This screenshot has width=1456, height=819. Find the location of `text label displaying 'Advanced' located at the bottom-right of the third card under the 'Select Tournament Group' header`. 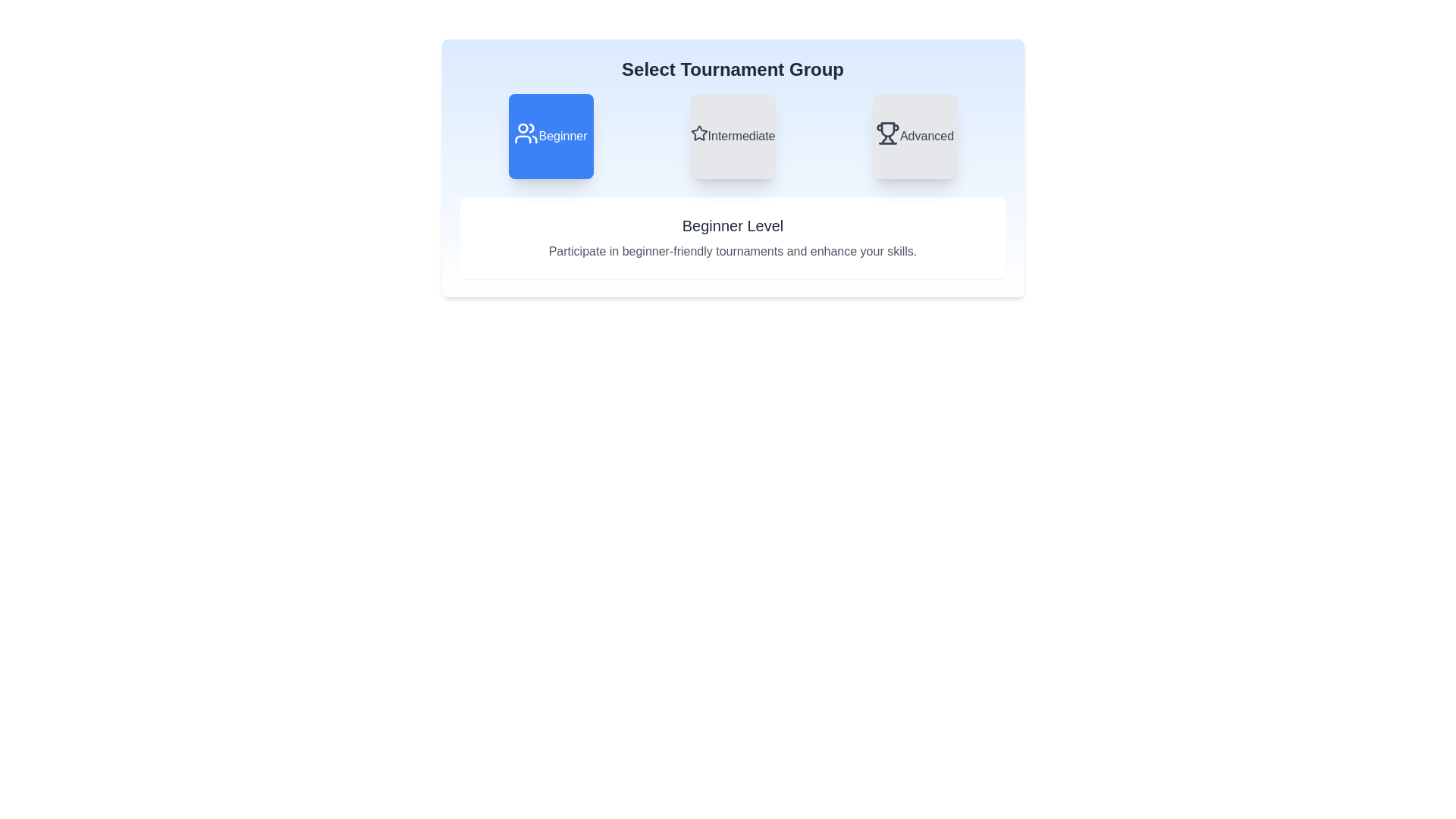

text label displaying 'Advanced' located at the bottom-right of the third card under the 'Select Tournament Group' header is located at coordinates (926, 136).